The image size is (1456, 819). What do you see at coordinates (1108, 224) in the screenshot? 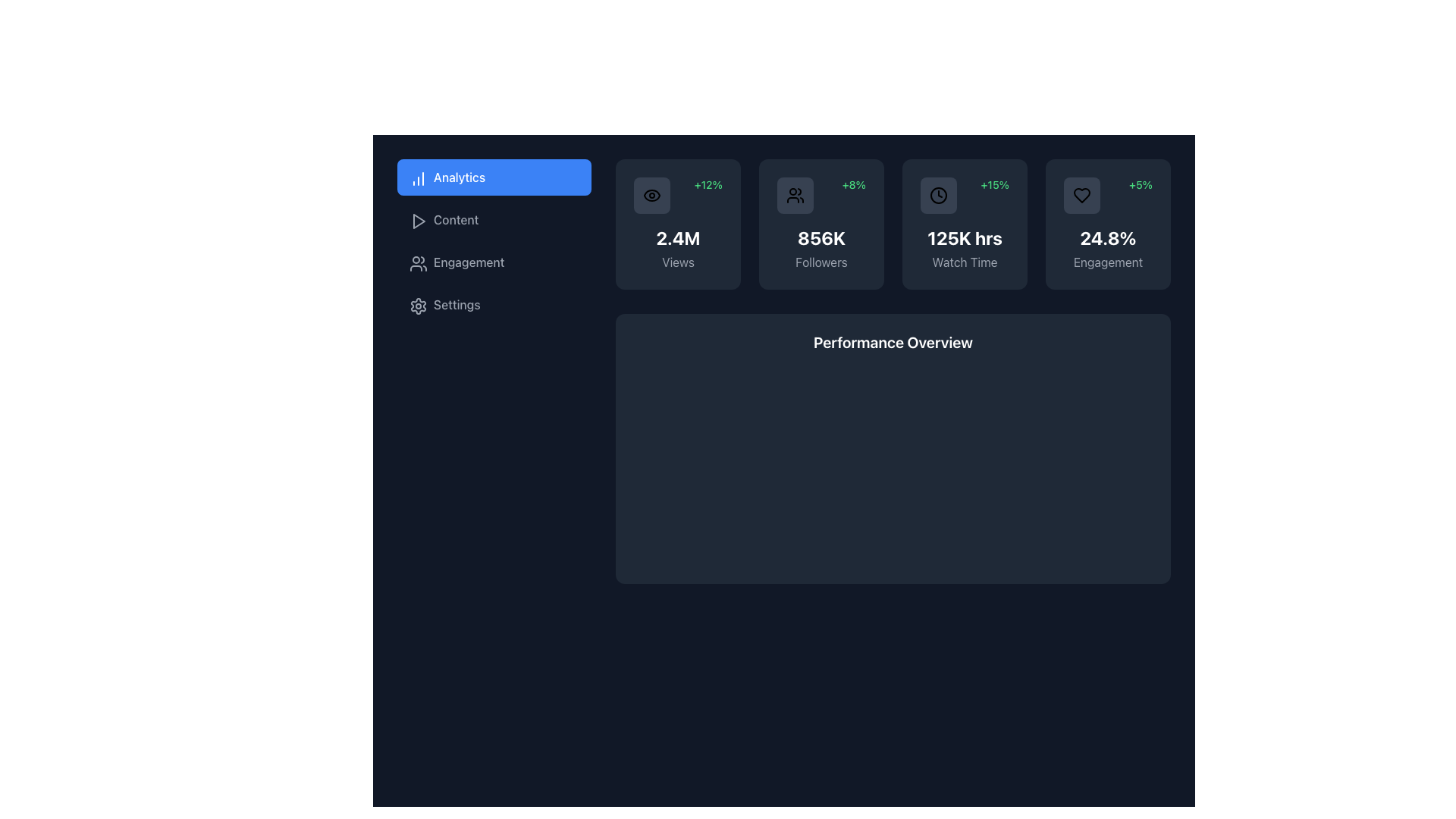
I see `the fourth Summary card located in the upper-right section of the interface` at bounding box center [1108, 224].